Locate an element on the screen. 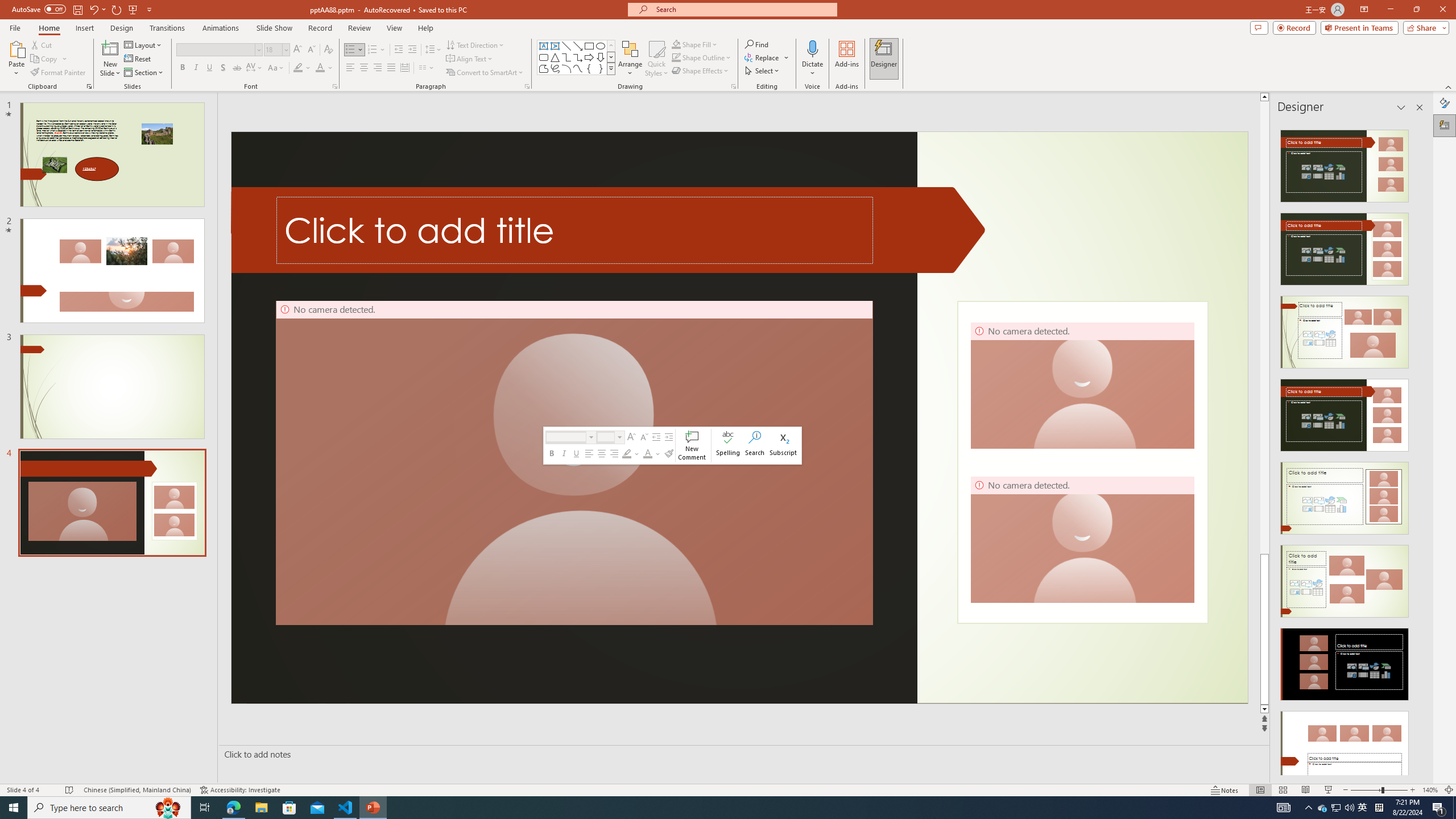  'Align Left' is located at coordinates (350, 67).